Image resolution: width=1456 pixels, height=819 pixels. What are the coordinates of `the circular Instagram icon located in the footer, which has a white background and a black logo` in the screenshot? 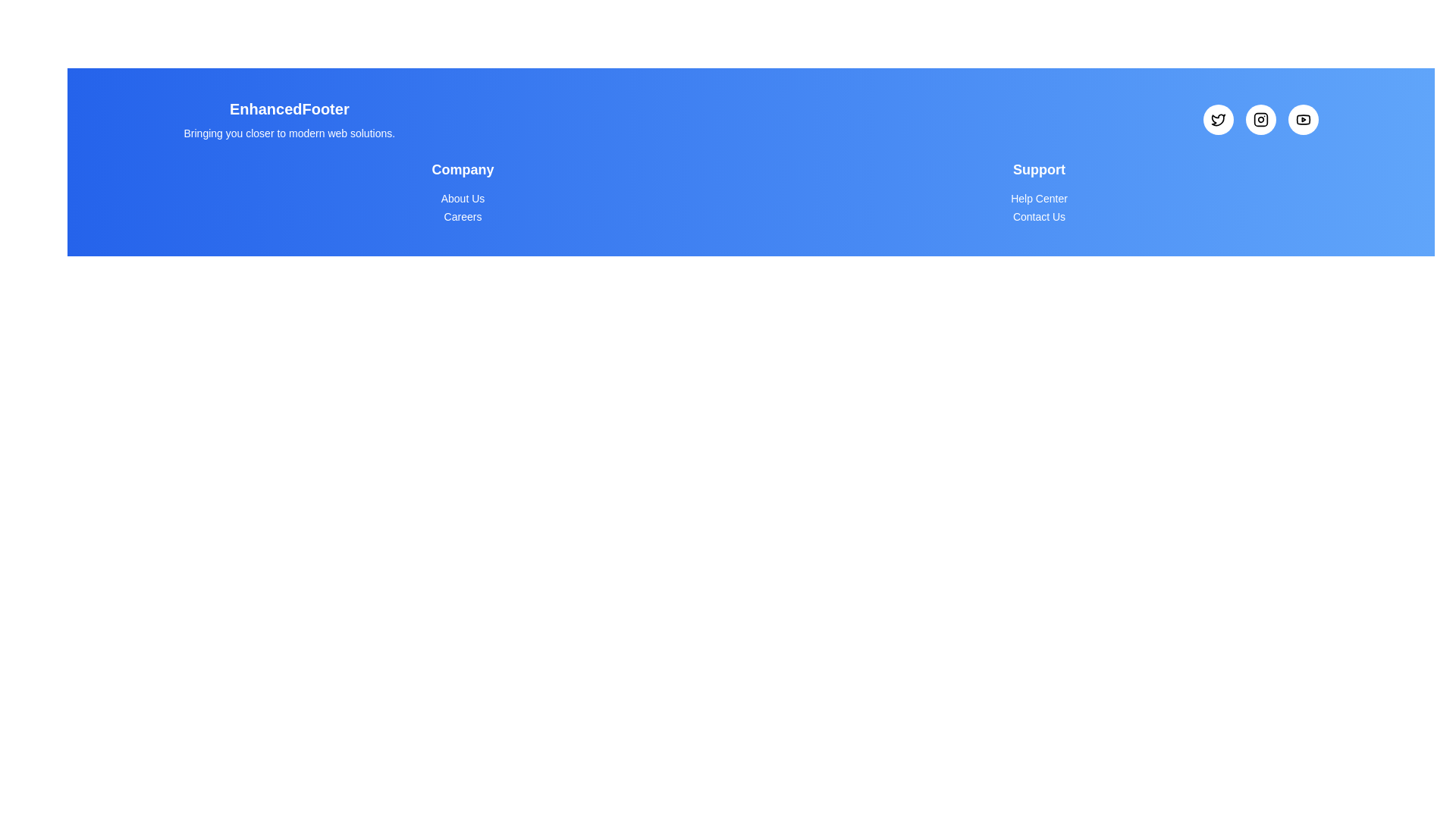 It's located at (1260, 119).